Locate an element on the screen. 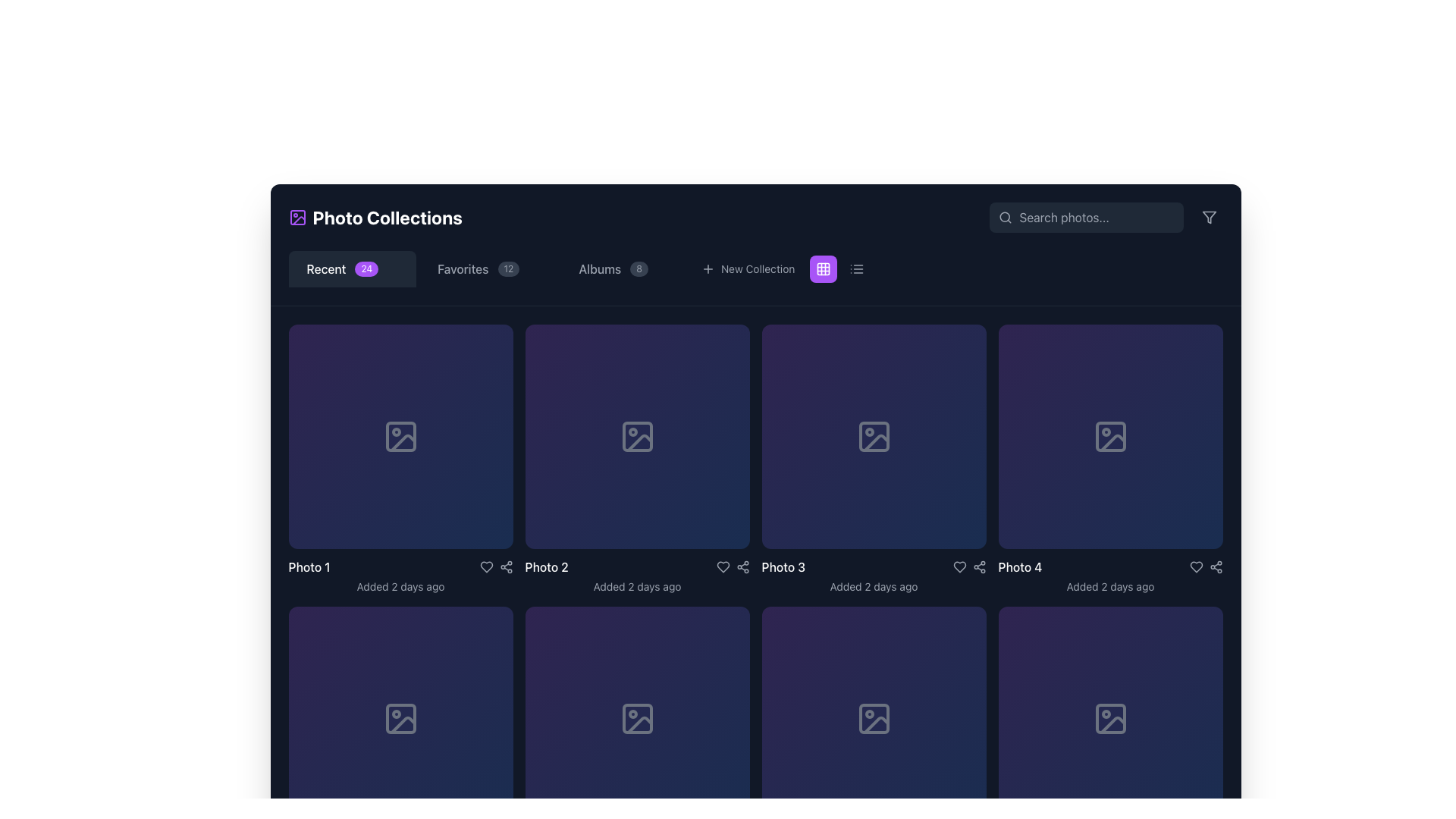 The image size is (1456, 819). the Image placeholder icon located in the fourth position of the grid of photo placeholders, which is styled with a gray color and a simplistic photo depiction is located at coordinates (1110, 436).